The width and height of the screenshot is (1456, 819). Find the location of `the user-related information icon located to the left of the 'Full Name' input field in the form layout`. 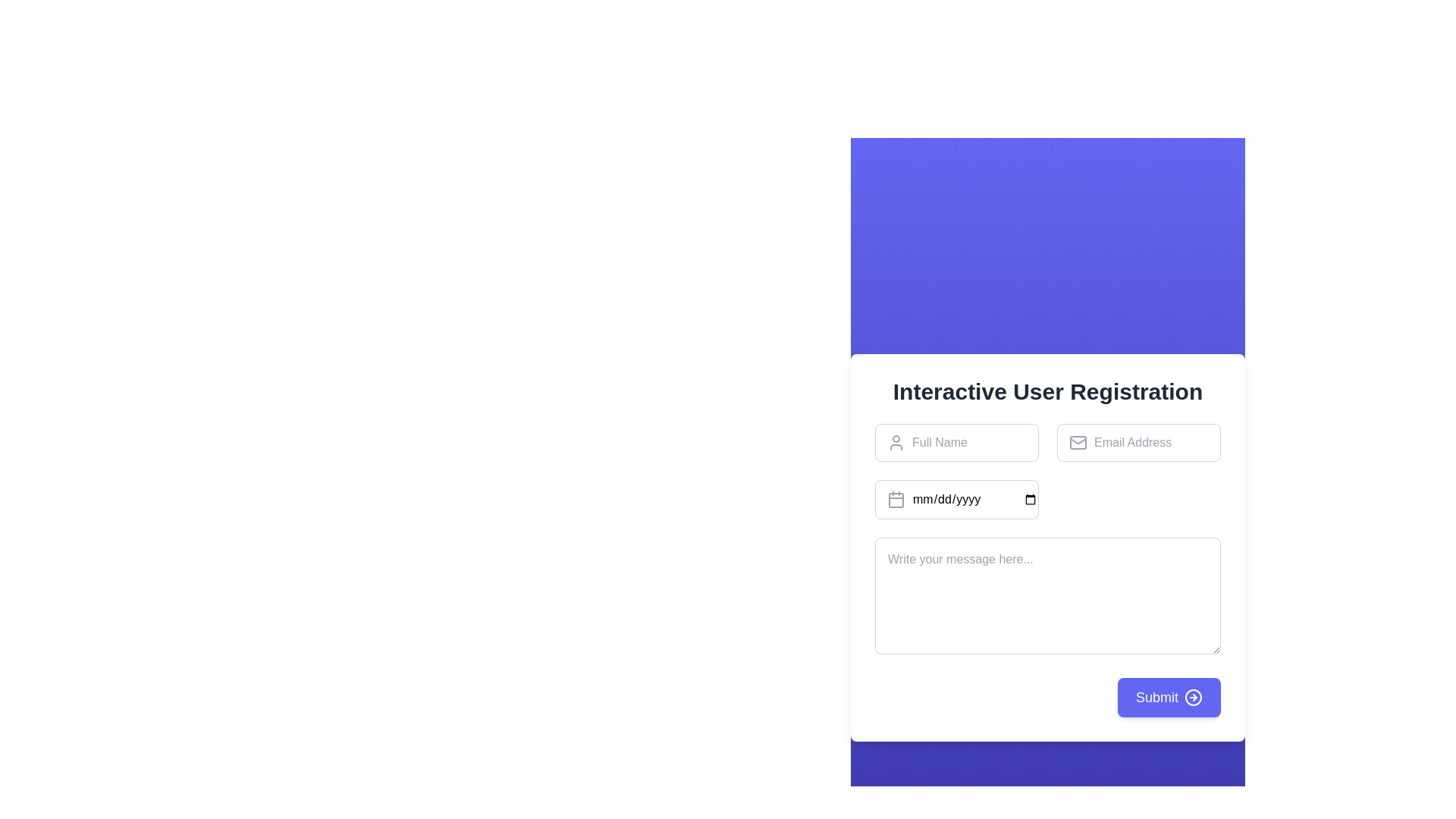

the user-related information icon located to the left of the 'Full Name' input field in the form layout is located at coordinates (896, 442).